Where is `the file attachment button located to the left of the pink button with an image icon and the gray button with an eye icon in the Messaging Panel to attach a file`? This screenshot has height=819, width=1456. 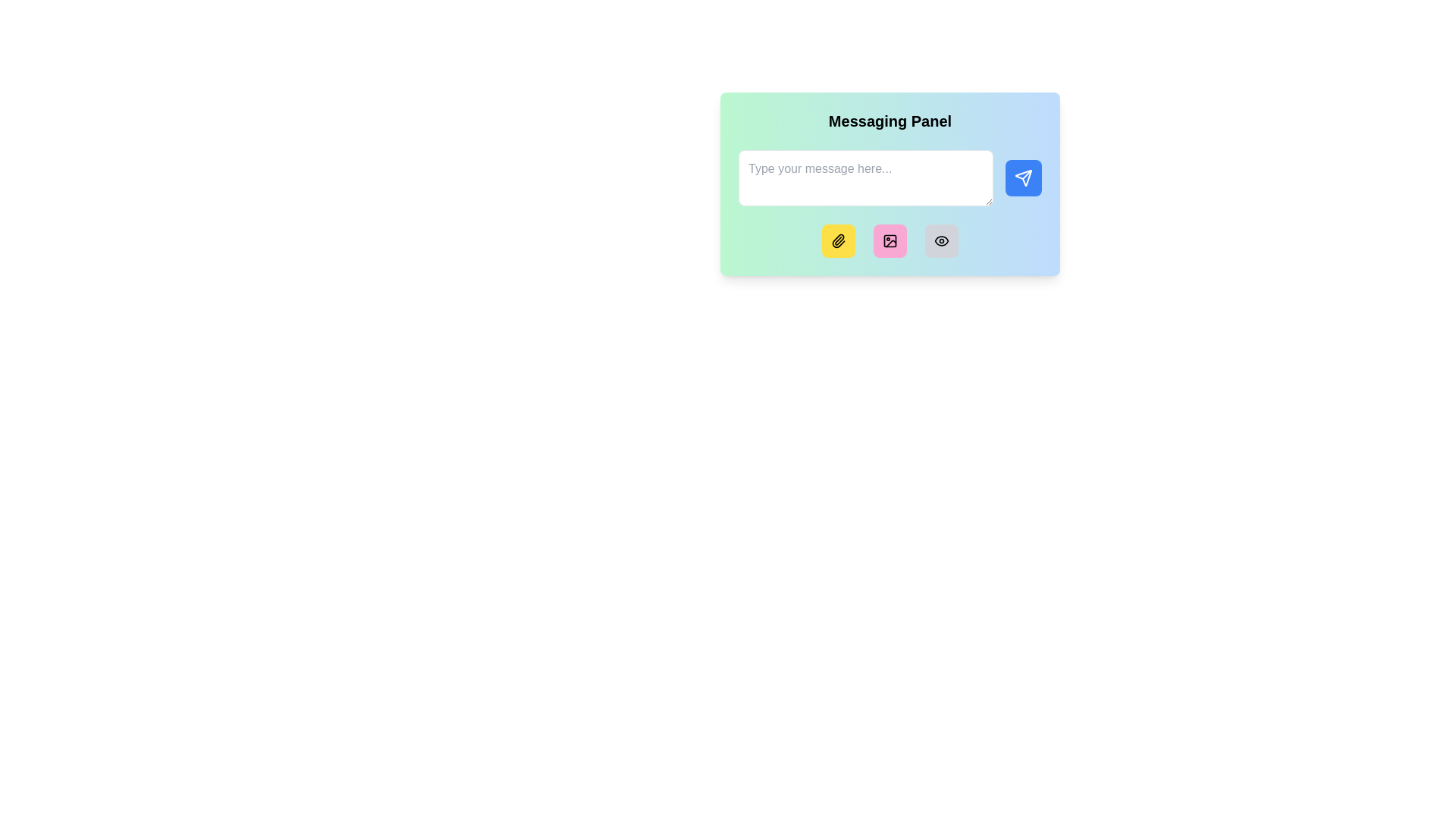
the file attachment button located to the left of the pink button with an image icon and the gray button with an eye icon in the Messaging Panel to attach a file is located at coordinates (837, 240).